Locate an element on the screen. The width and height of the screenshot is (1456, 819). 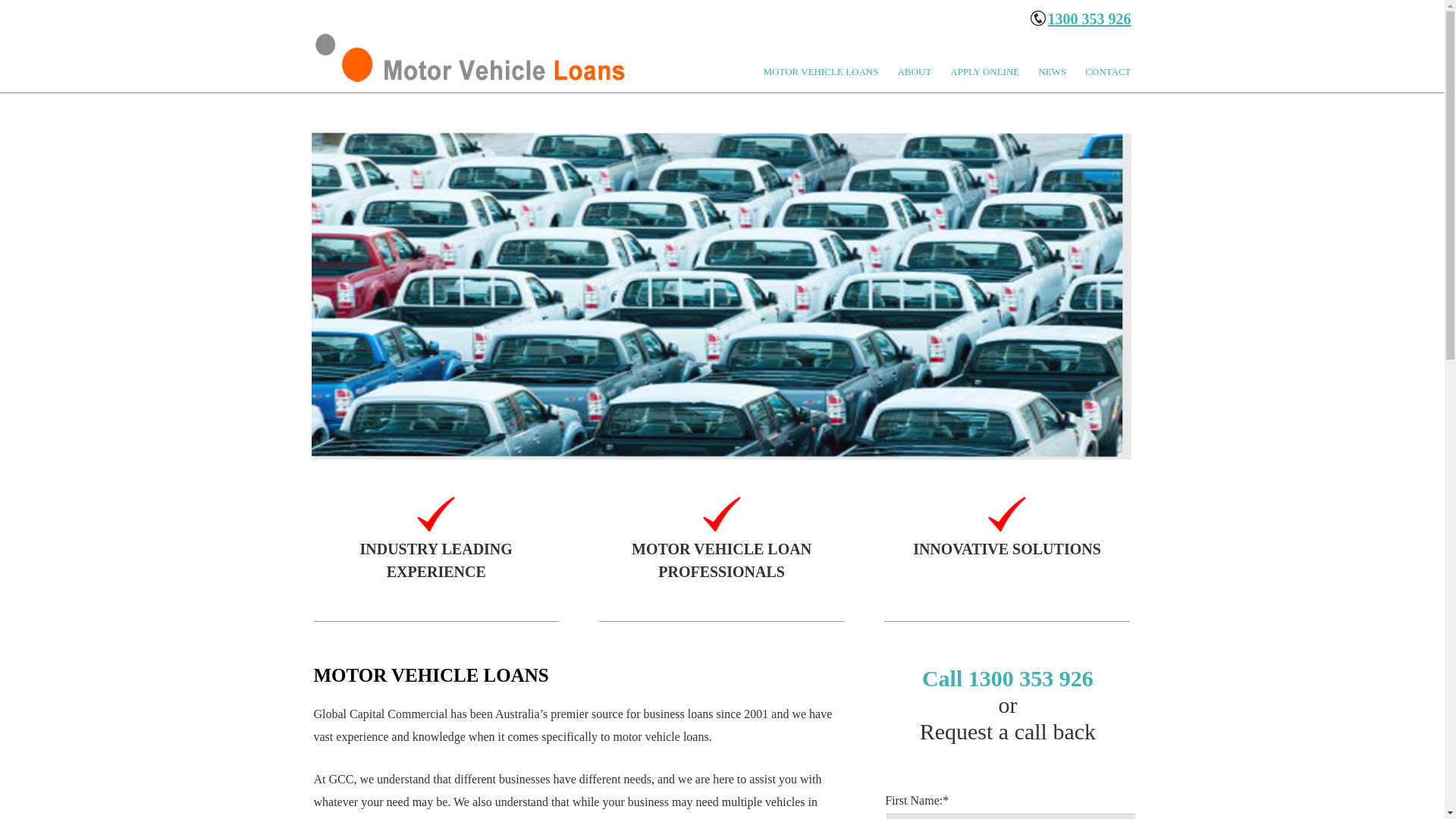
'ABOUT' is located at coordinates (923, 71).